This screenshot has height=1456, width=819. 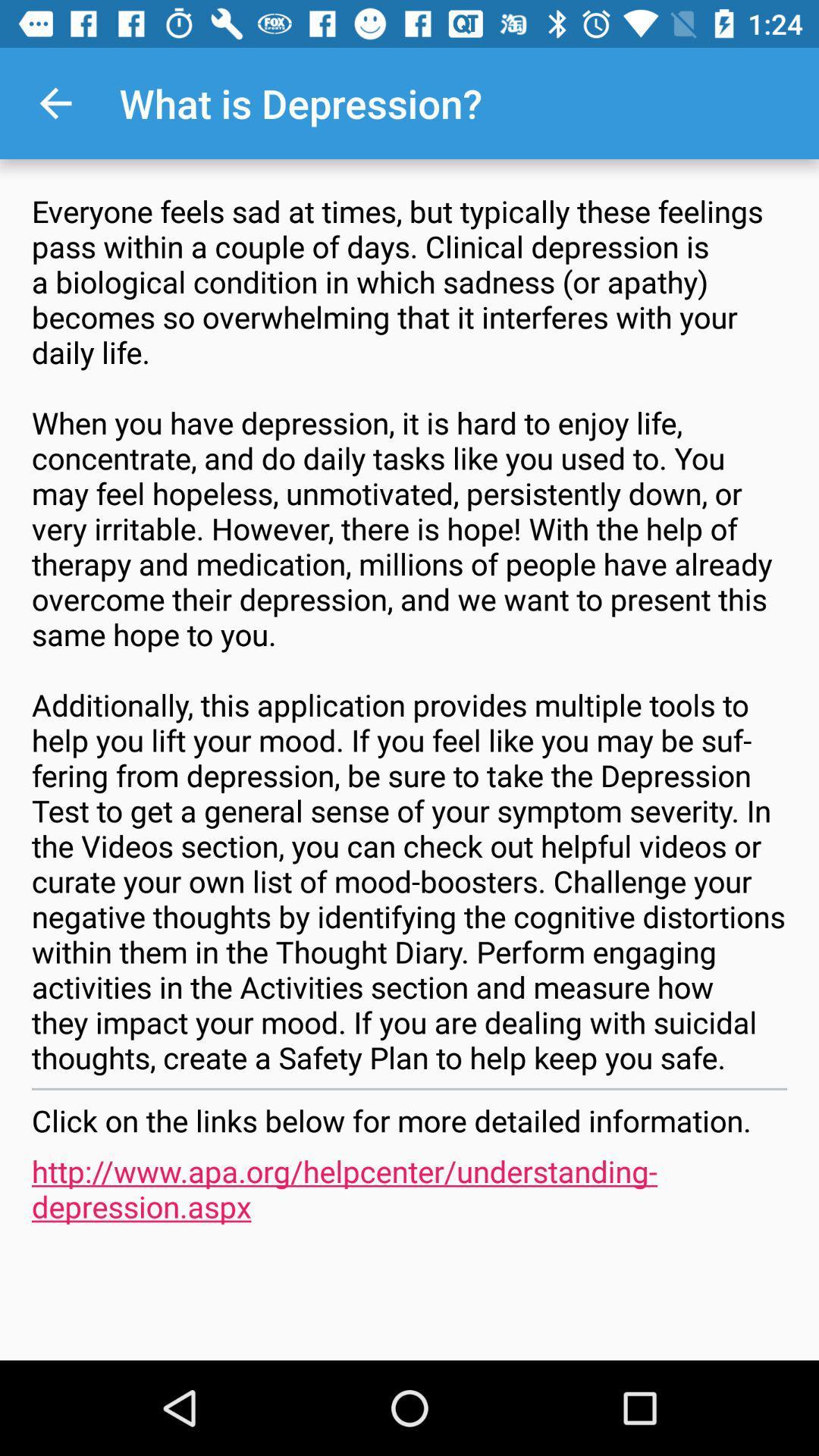 I want to click on the item next to the what is depression?  item, so click(x=55, y=102).